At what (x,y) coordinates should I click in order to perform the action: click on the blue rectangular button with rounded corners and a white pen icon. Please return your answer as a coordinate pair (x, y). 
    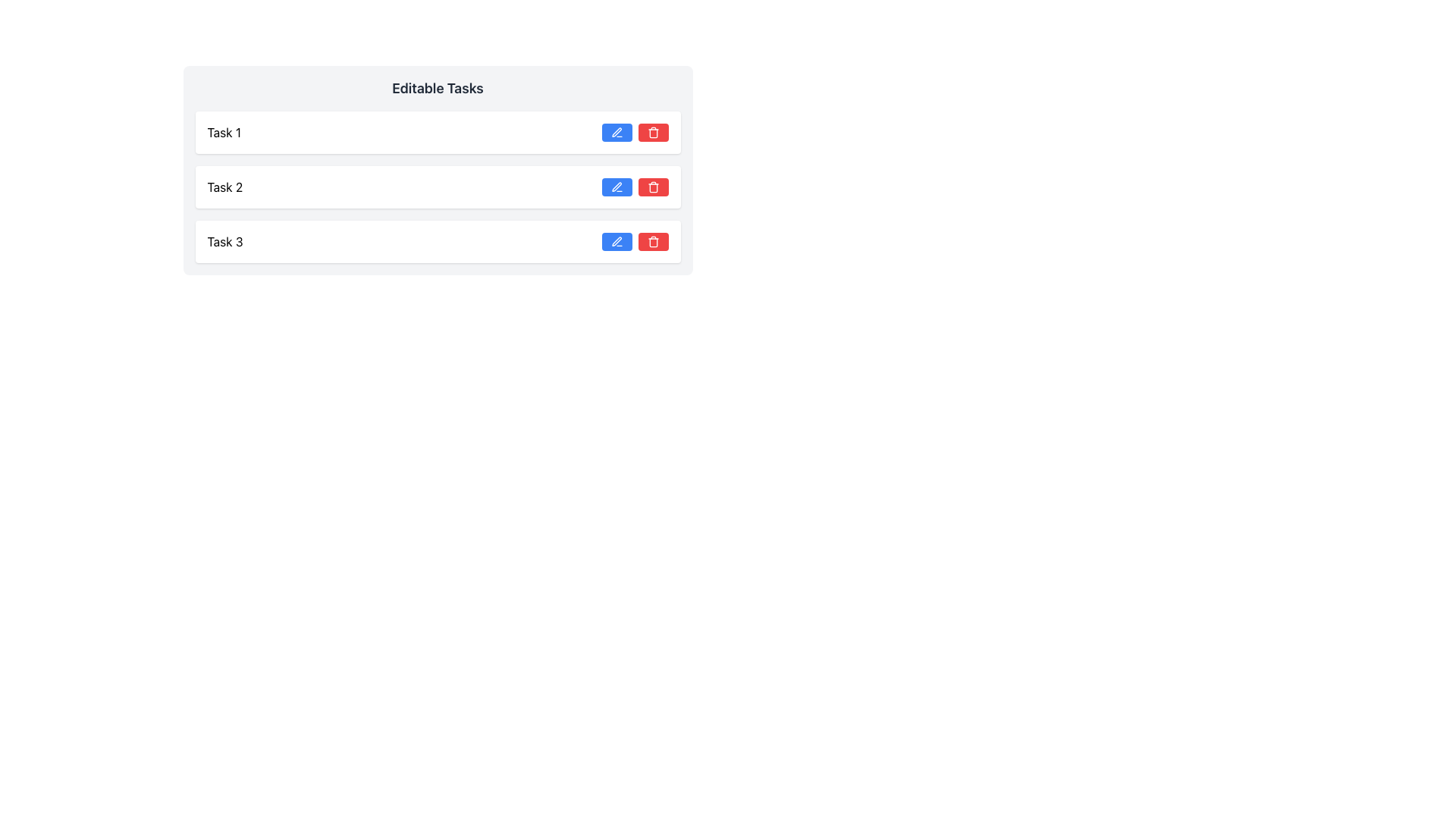
    Looking at the image, I should click on (617, 131).